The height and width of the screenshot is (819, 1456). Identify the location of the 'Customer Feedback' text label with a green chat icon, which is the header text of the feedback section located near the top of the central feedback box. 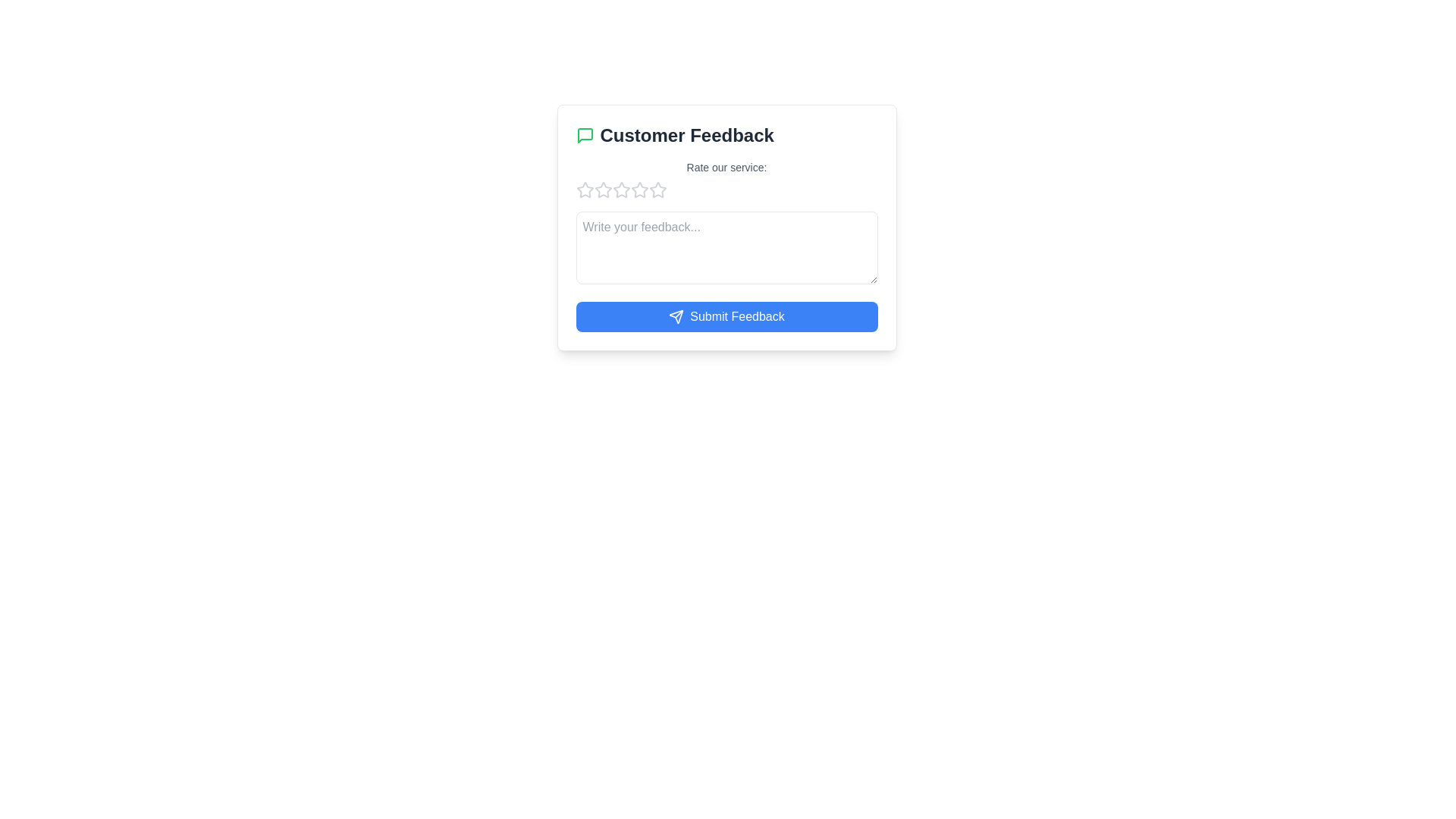
(726, 134).